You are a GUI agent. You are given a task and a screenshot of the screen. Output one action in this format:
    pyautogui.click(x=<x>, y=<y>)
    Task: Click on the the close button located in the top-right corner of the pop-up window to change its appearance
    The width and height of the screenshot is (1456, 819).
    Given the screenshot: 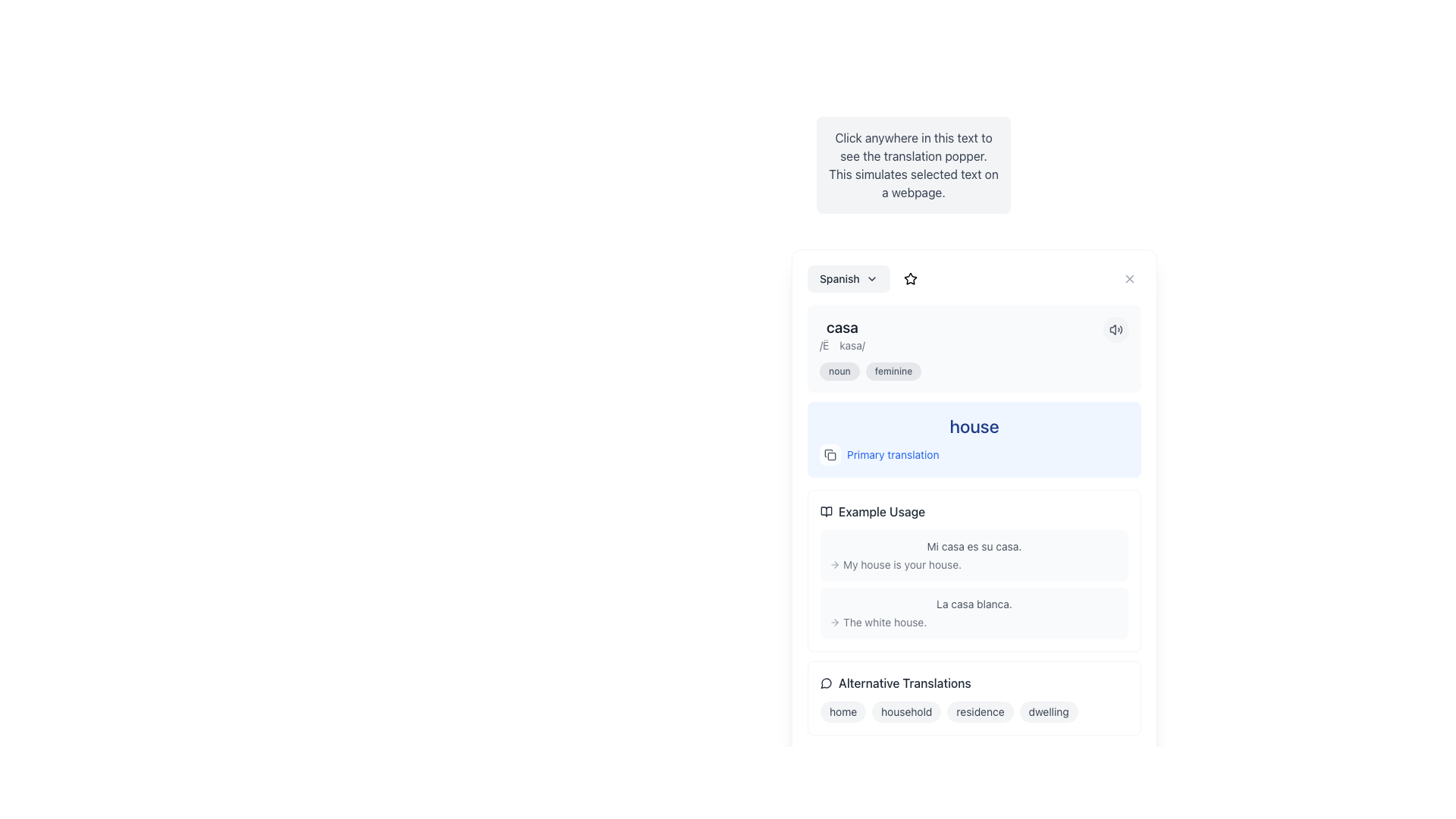 What is the action you would take?
    pyautogui.click(x=1129, y=278)
    